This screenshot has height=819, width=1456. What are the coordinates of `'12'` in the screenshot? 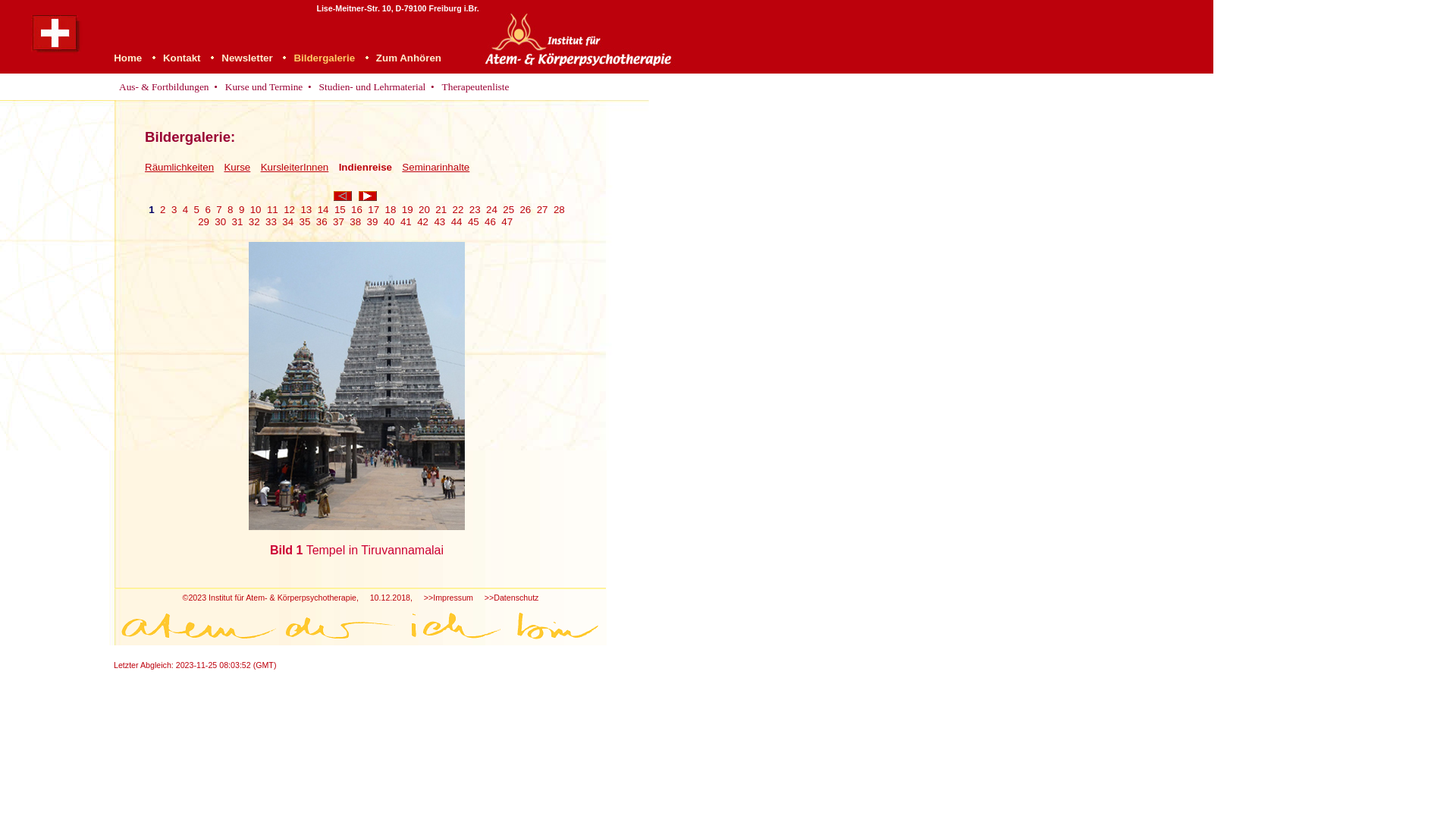 It's located at (289, 209).